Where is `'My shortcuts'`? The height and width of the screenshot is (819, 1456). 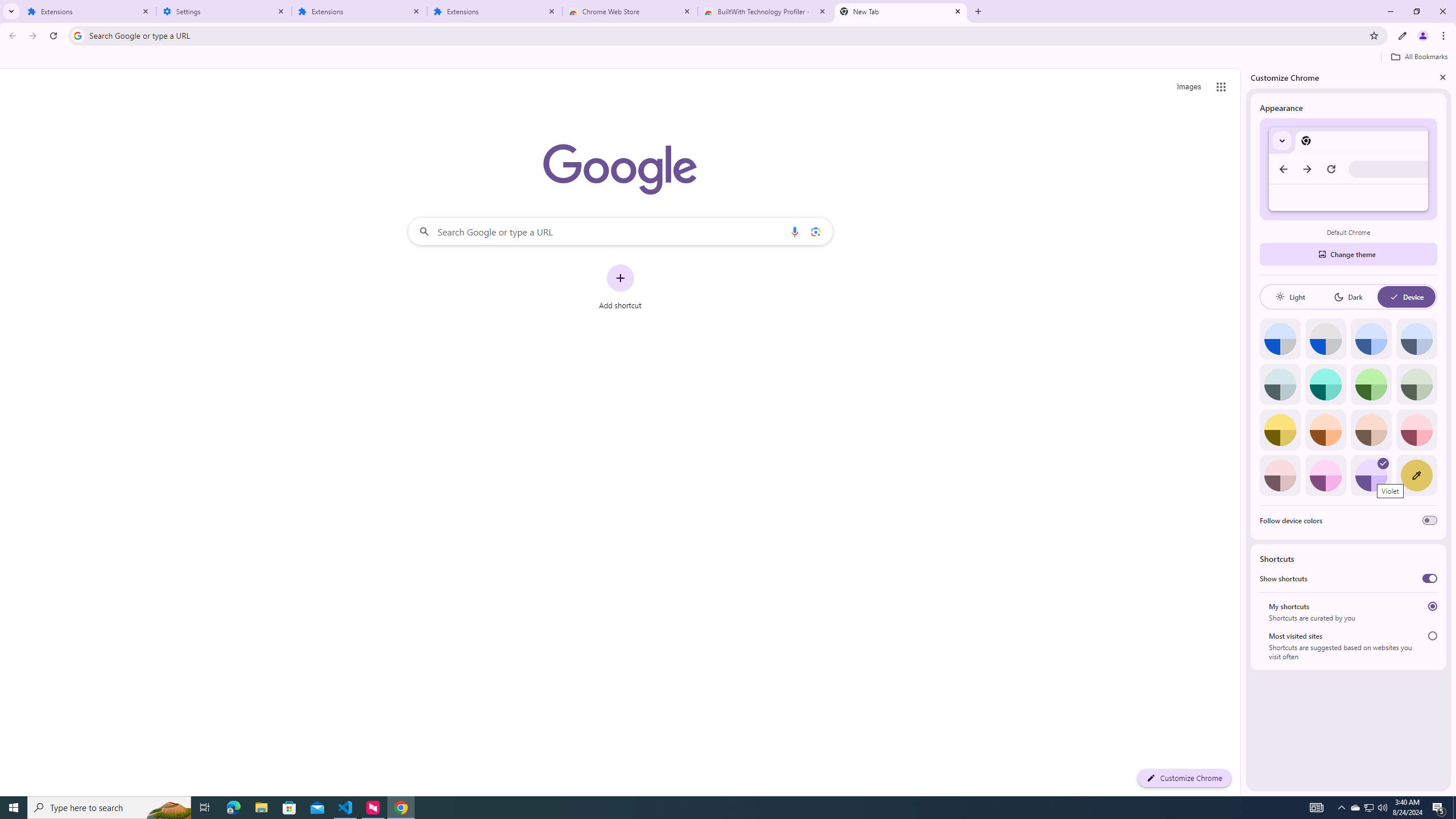 'My shortcuts' is located at coordinates (1433, 606).